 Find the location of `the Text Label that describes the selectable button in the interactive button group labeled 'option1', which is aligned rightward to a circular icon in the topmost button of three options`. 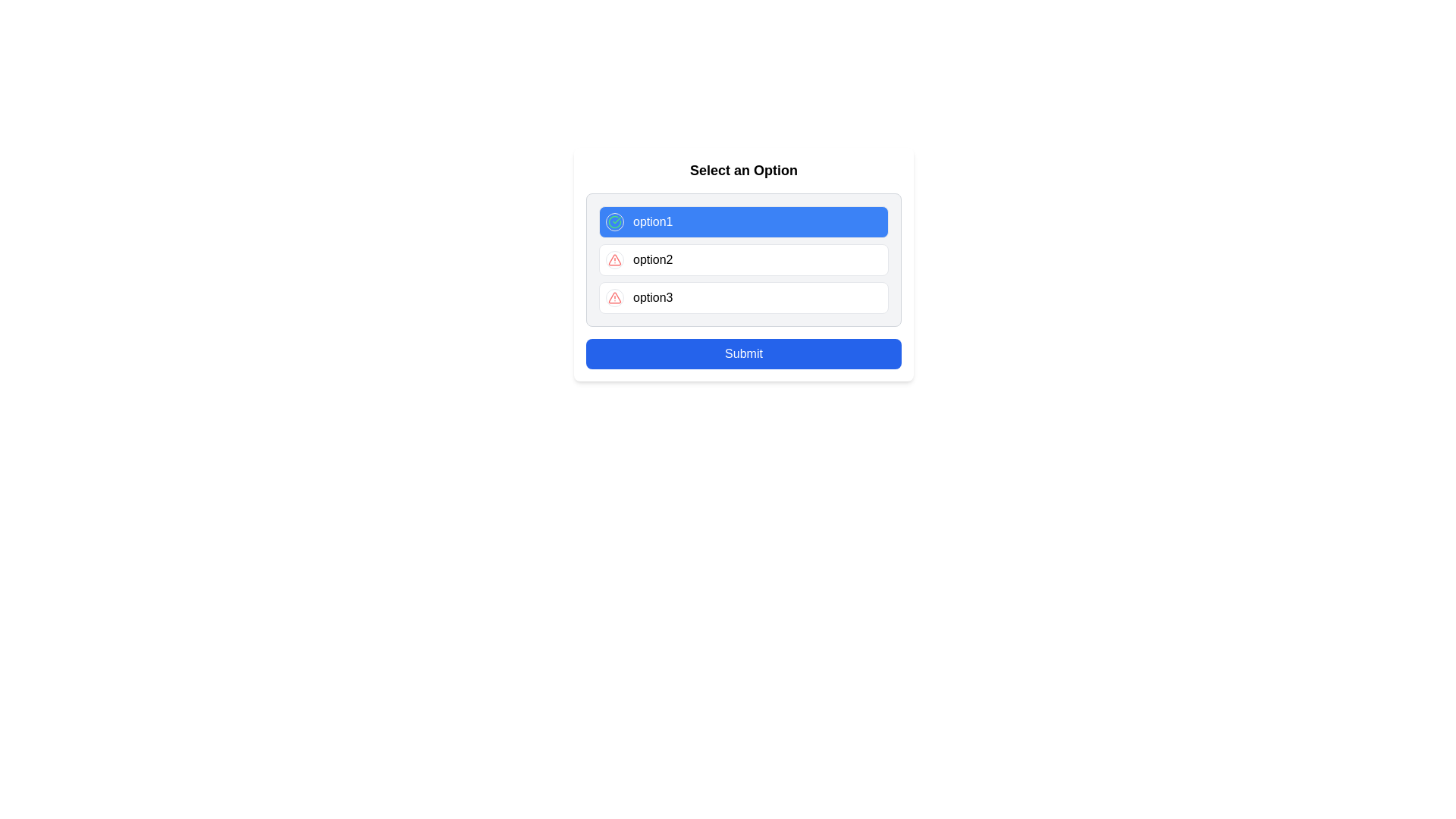

the Text Label that describes the selectable button in the interactive button group labeled 'option1', which is aligned rightward to a circular icon in the topmost button of three options is located at coordinates (653, 222).